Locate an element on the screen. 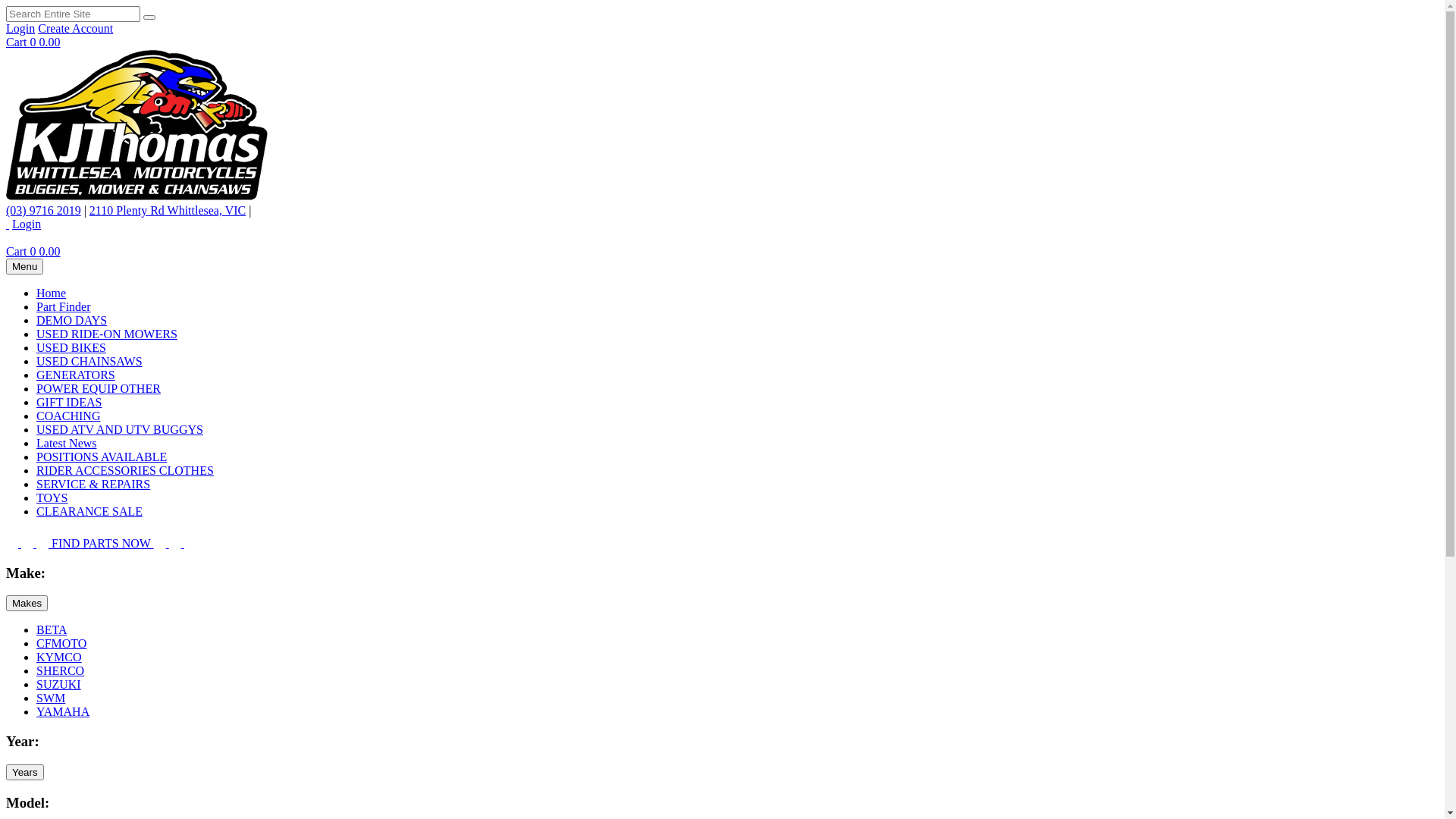 Image resolution: width=1456 pixels, height=819 pixels. 'SWM' is located at coordinates (36, 698).